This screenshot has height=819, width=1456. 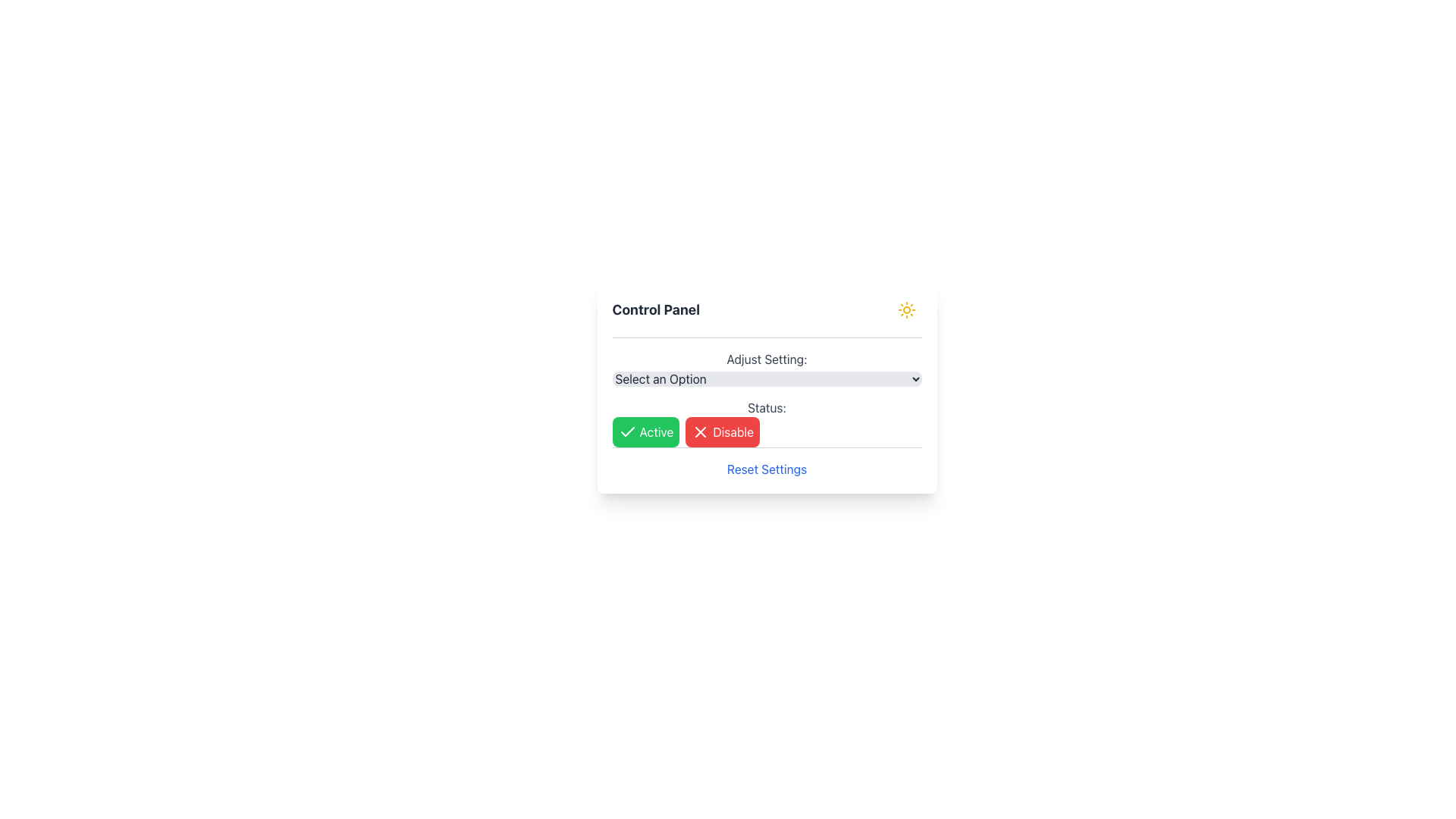 What do you see at coordinates (767, 462) in the screenshot?
I see `the hyperlink located at the bottom of the panel, underneath the 'Status:' section, to reset settings to their original state` at bounding box center [767, 462].